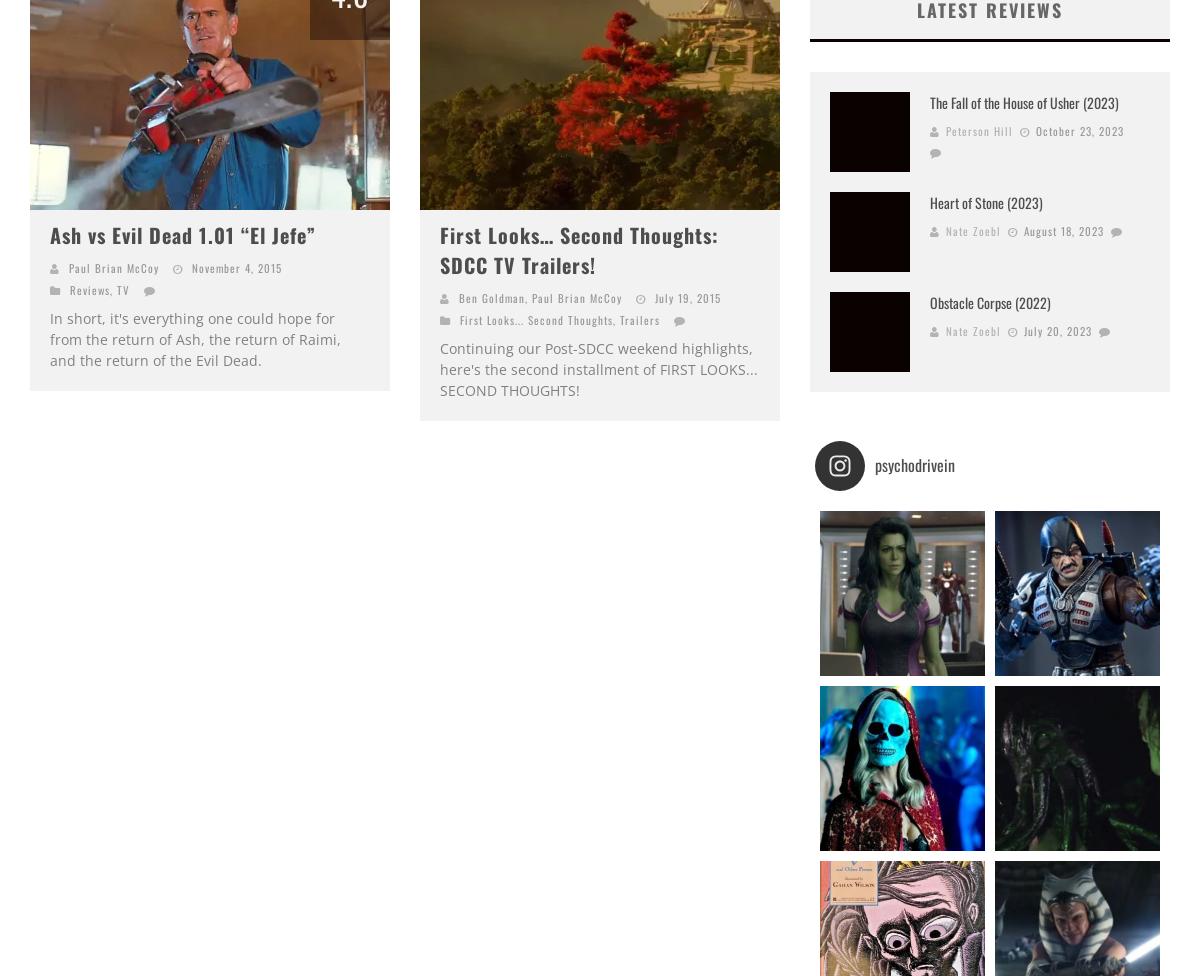  I want to click on 'Obstacle Corpse (2022)', so click(930, 301).